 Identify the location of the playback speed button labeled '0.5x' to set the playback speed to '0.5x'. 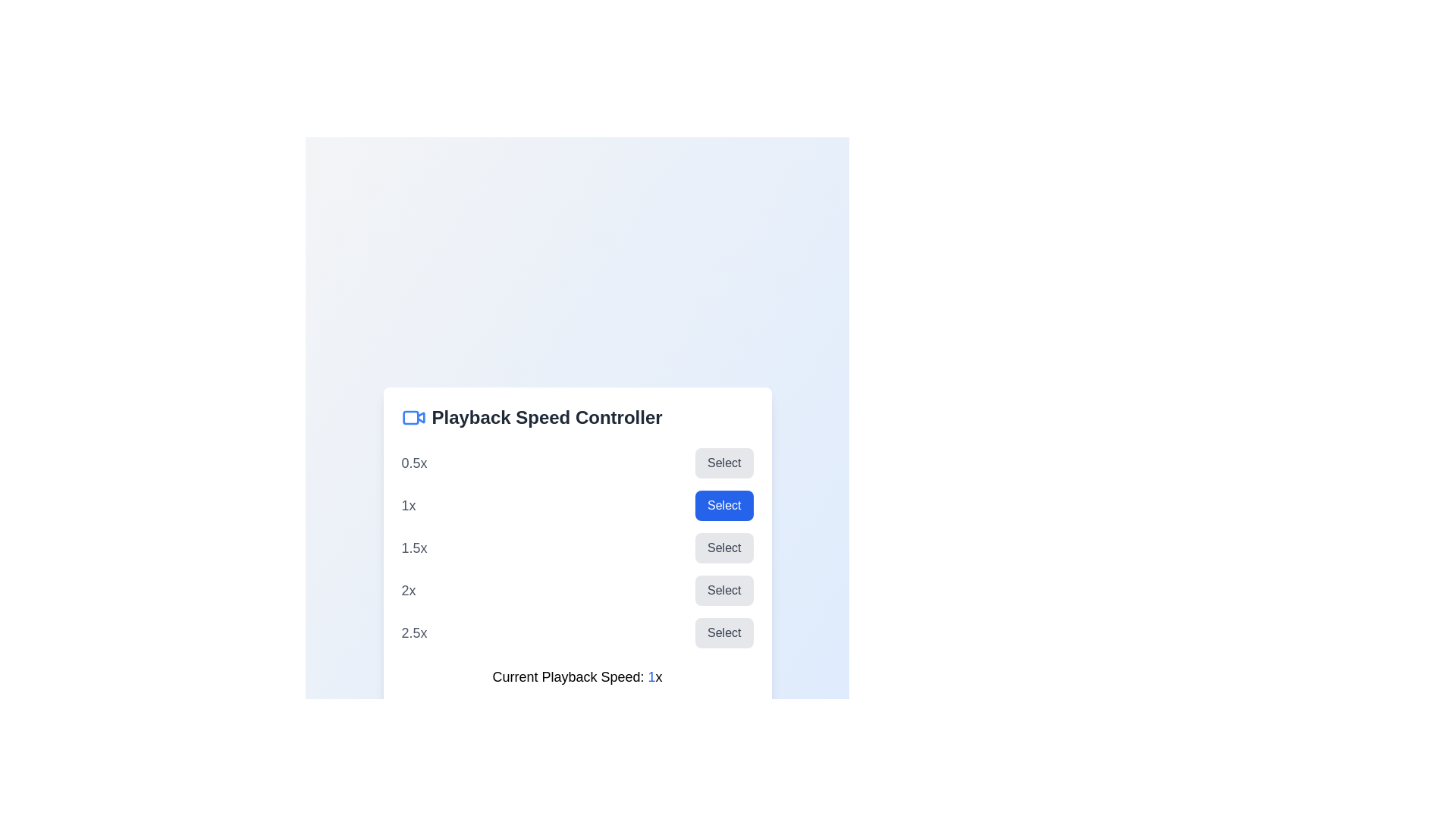
(723, 462).